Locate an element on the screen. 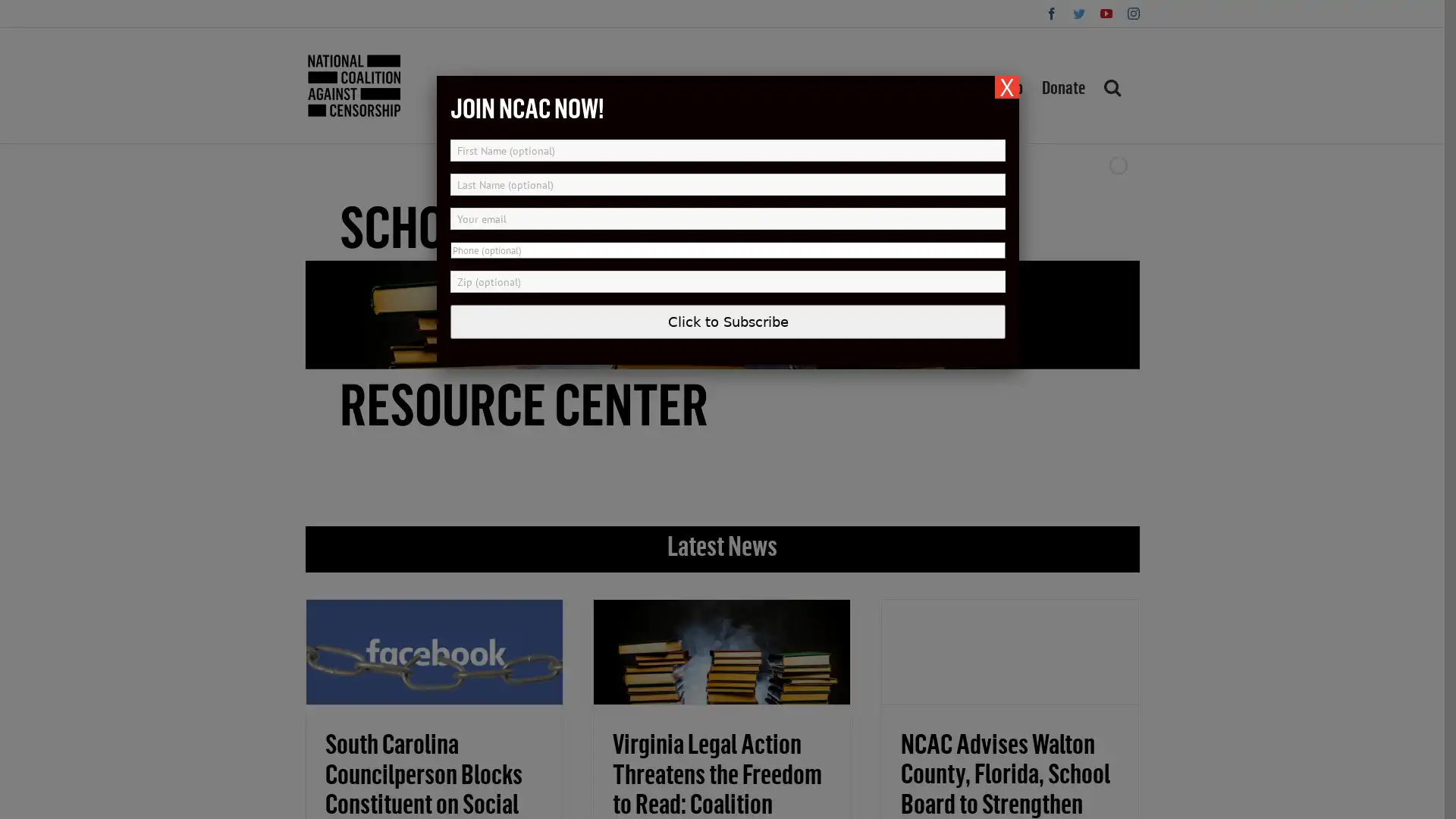 This screenshot has width=1456, height=819. Click to Subscribe is located at coordinates (728, 321).